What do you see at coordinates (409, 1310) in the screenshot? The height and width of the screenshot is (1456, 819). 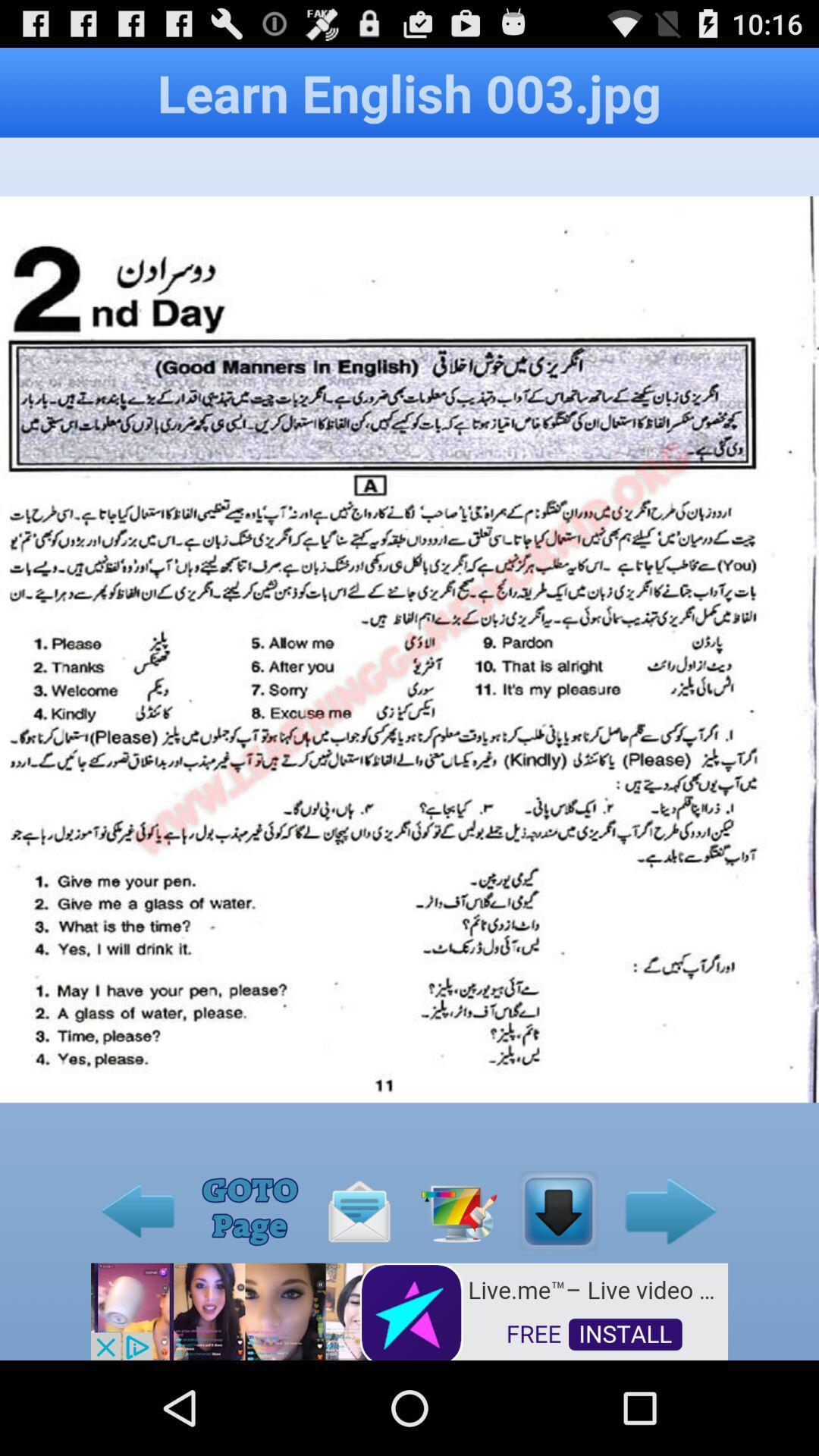 I see `open advertisement` at bounding box center [409, 1310].